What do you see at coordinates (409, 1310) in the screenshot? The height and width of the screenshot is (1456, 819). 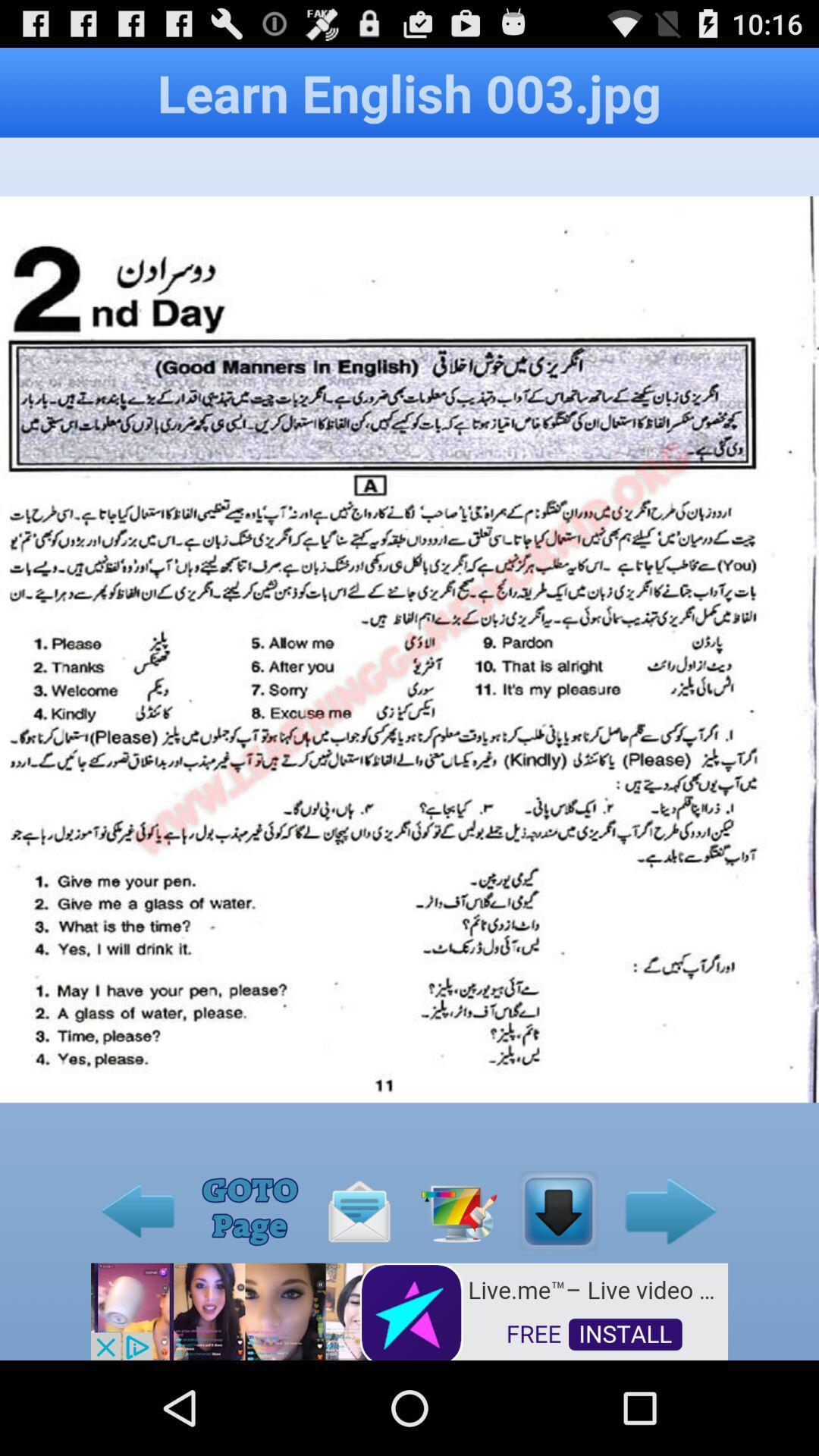 I see `open advertisement` at bounding box center [409, 1310].